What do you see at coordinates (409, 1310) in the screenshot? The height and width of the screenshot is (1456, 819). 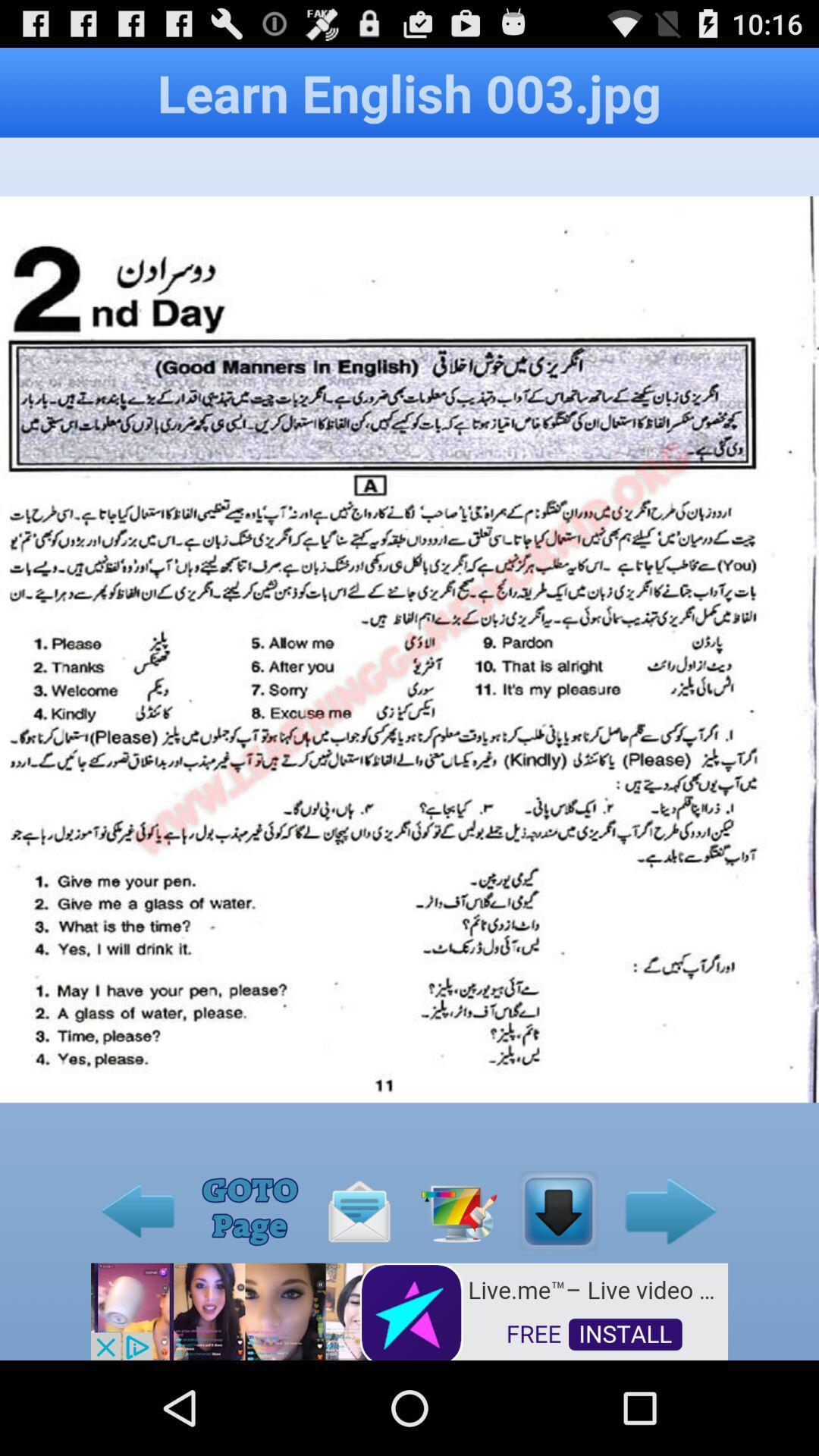 I see `open advertisement` at bounding box center [409, 1310].